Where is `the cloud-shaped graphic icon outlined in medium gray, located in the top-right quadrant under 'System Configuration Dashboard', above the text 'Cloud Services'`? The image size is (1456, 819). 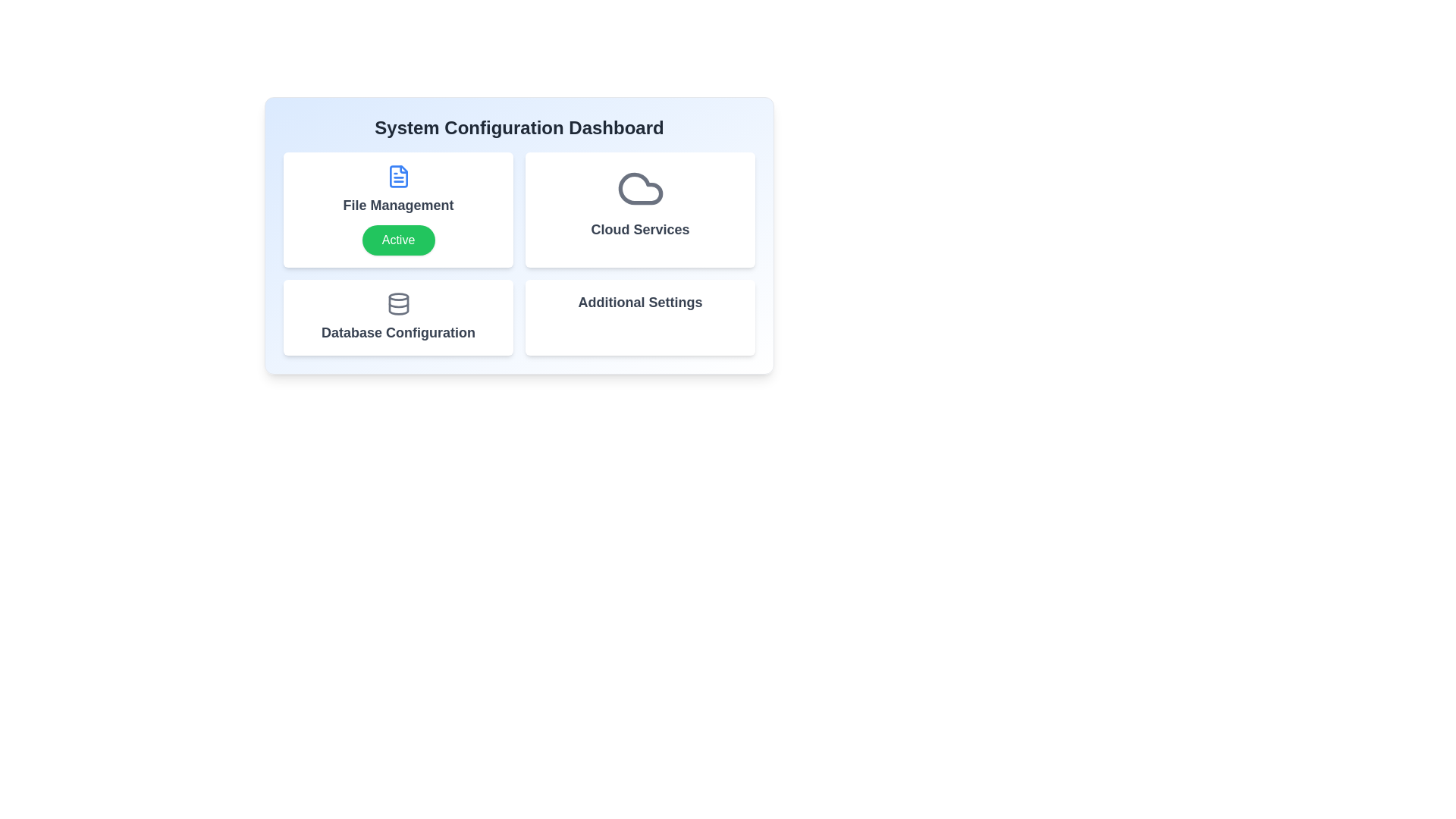 the cloud-shaped graphic icon outlined in medium gray, located in the top-right quadrant under 'System Configuration Dashboard', above the text 'Cloud Services' is located at coordinates (640, 188).